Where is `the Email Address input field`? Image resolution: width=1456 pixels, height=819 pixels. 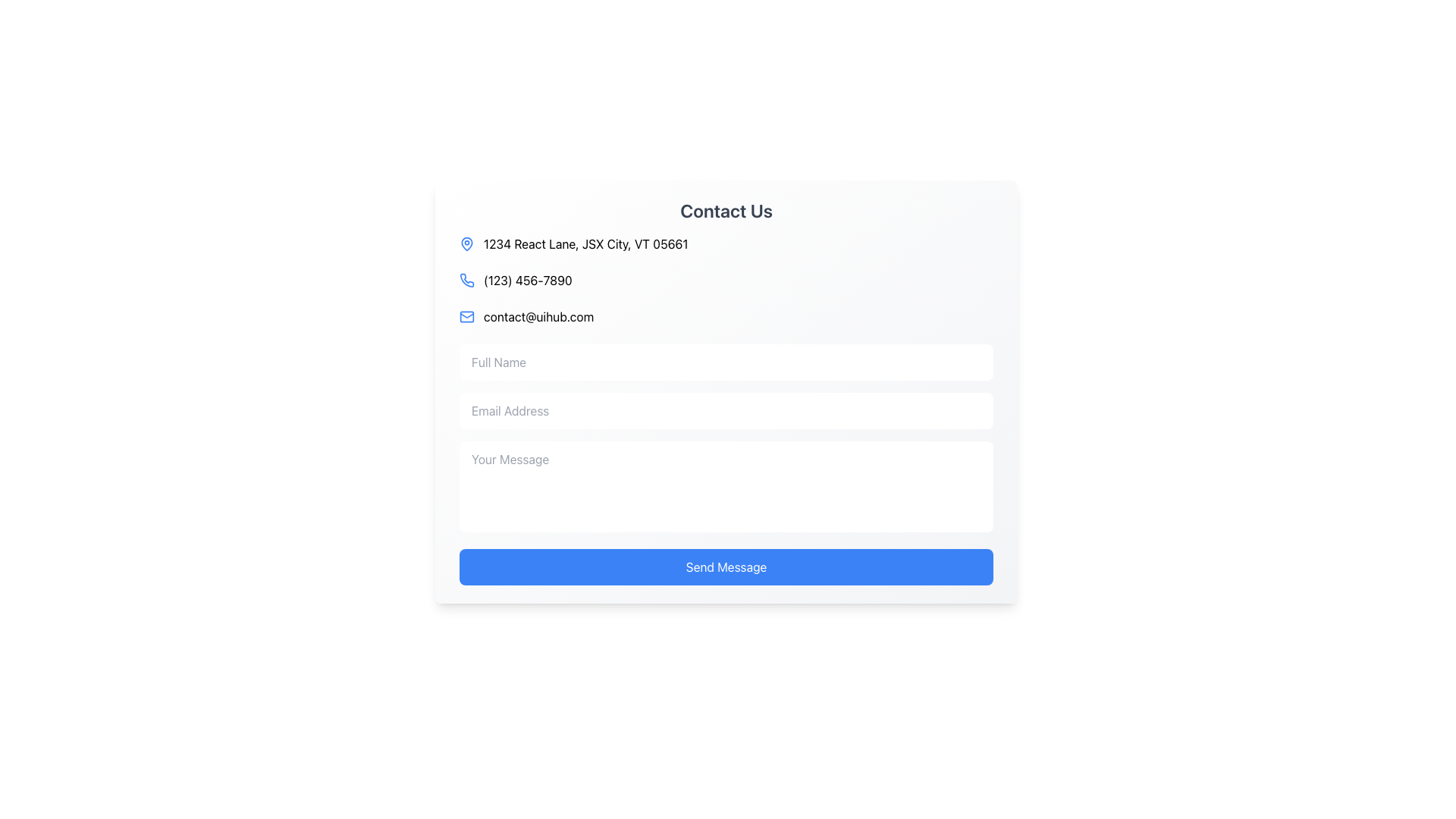
the Email Address input field is located at coordinates (726, 411).